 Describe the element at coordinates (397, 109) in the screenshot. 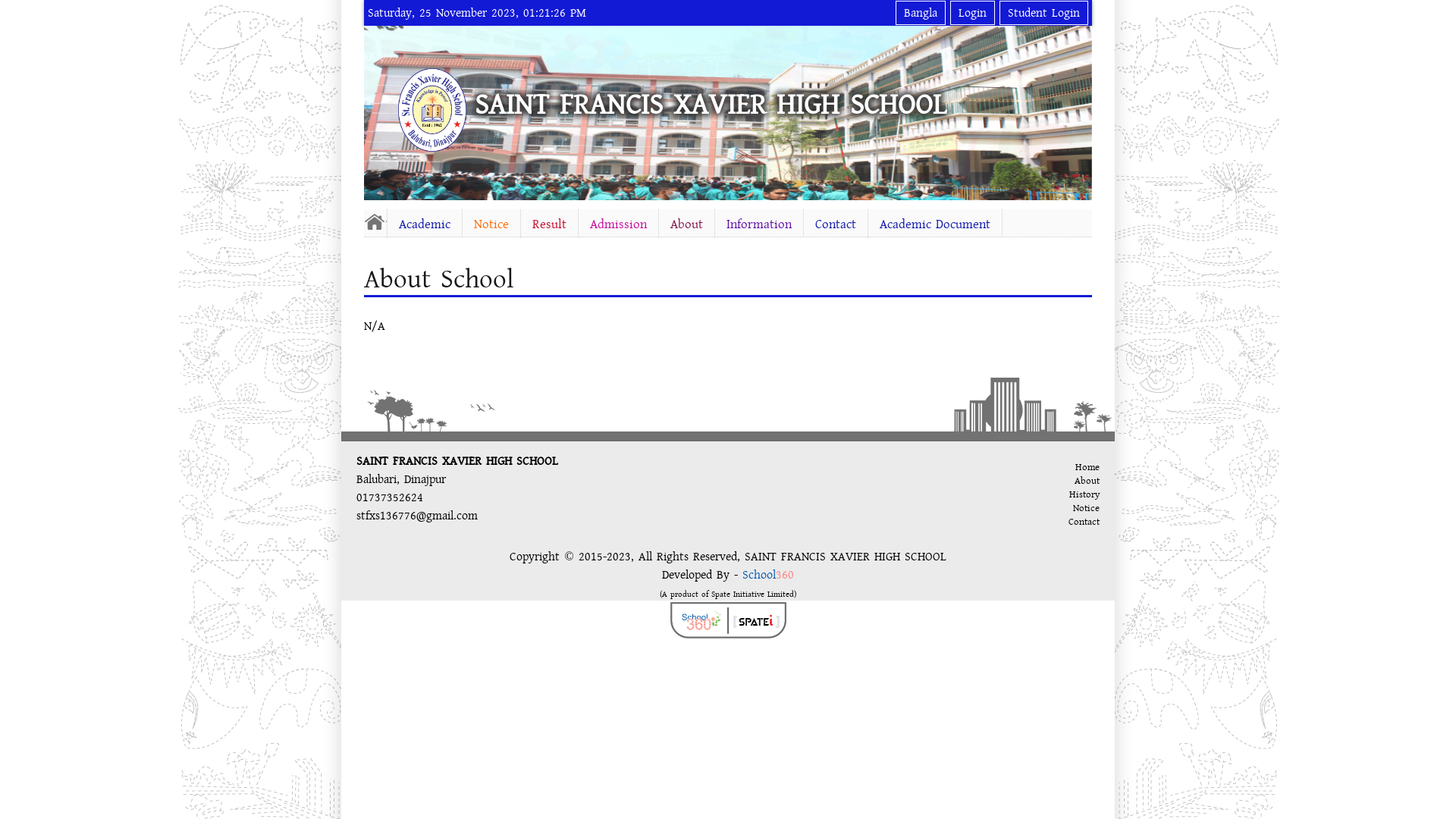

I see `'` at that location.